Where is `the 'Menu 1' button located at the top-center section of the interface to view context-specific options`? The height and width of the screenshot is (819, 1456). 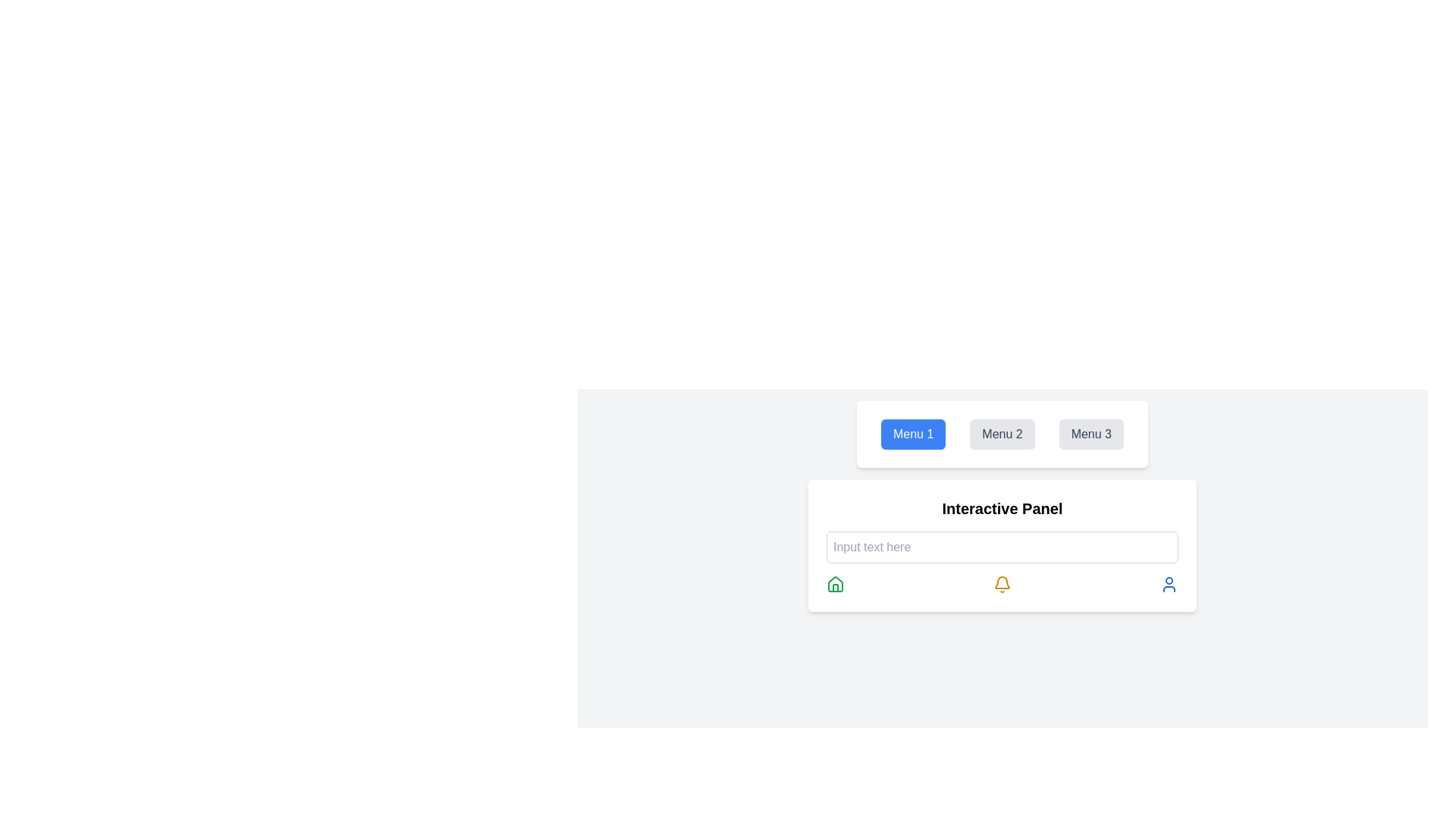 the 'Menu 1' button located at the top-center section of the interface to view context-specific options is located at coordinates (912, 435).